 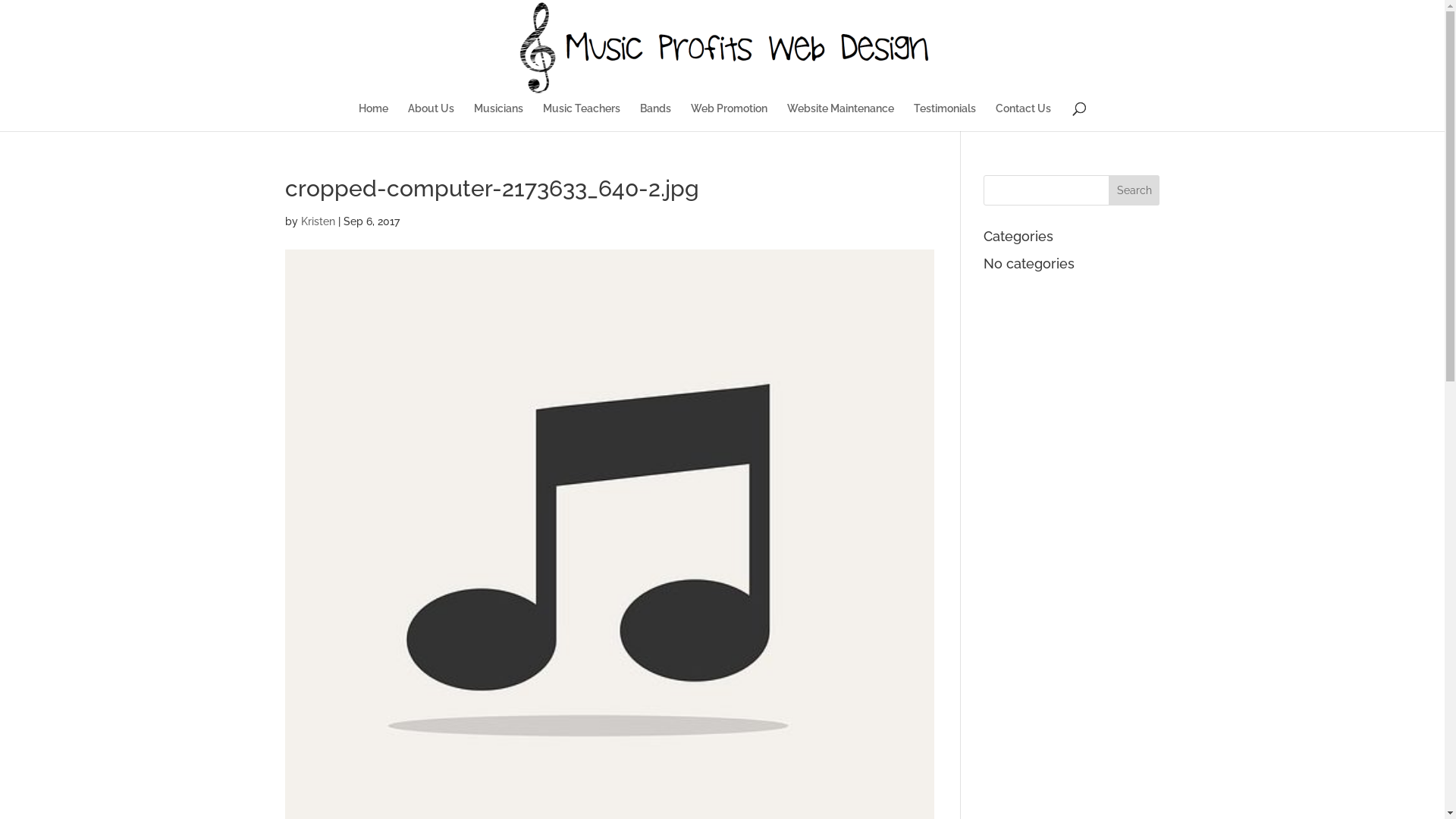 I want to click on 'Website Maintenance', so click(x=839, y=116).